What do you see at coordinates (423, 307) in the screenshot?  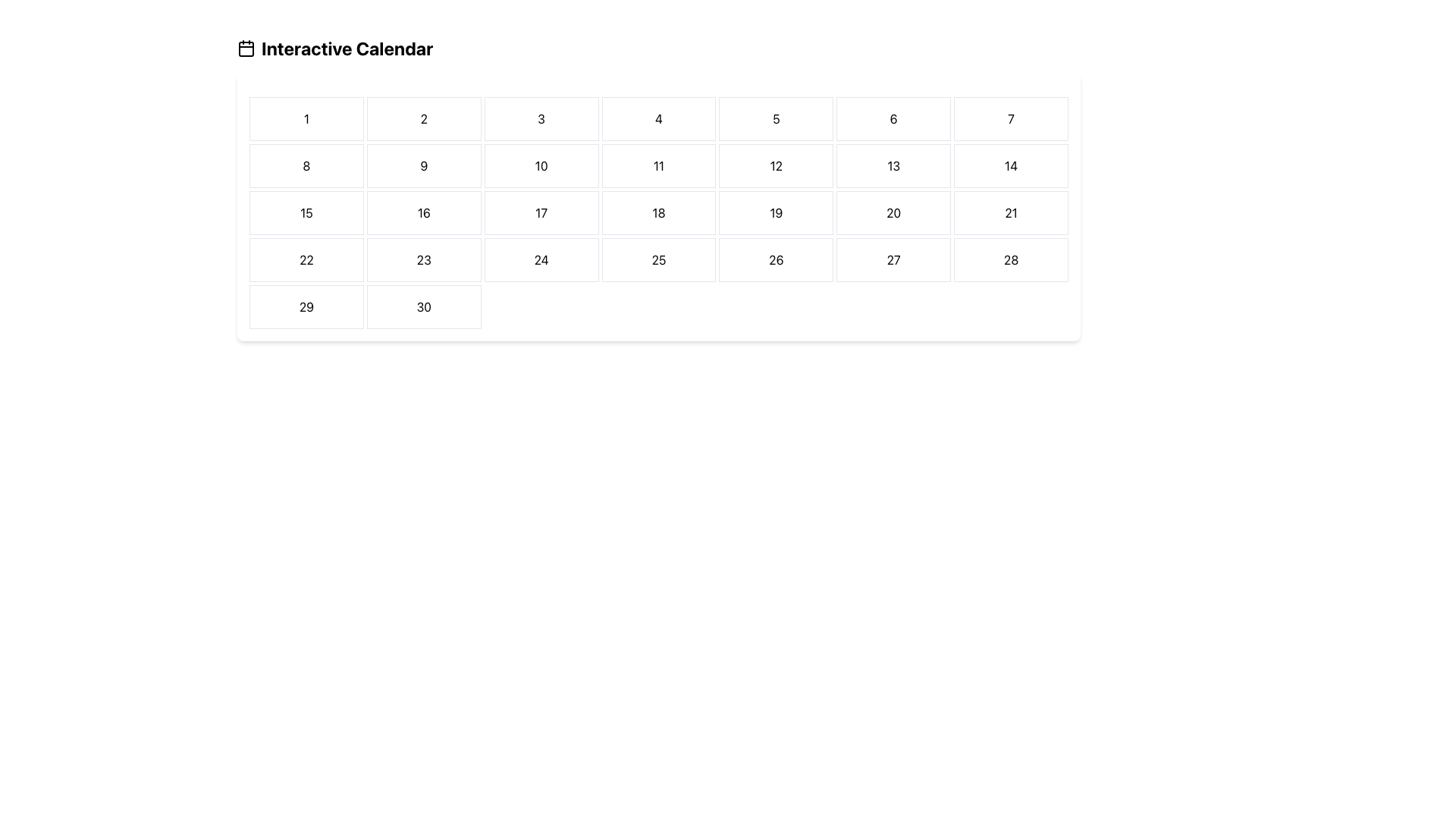 I see `the grid item representing the date '30' in the calendar view` at bounding box center [423, 307].